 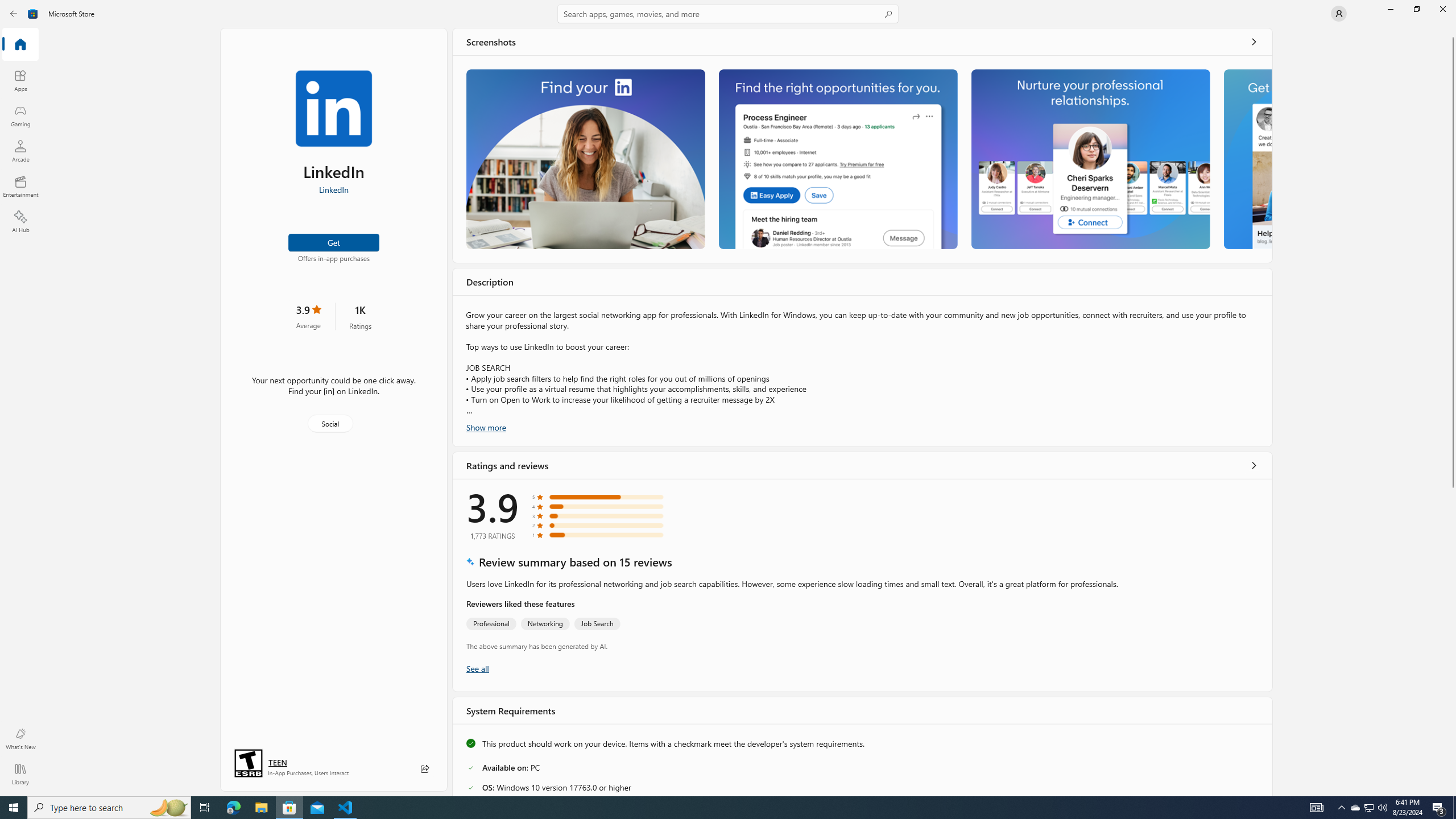 What do you see at coordinates (728, 13) in the screenshot?
I see `'Search'` at bounding box center [728, 13].